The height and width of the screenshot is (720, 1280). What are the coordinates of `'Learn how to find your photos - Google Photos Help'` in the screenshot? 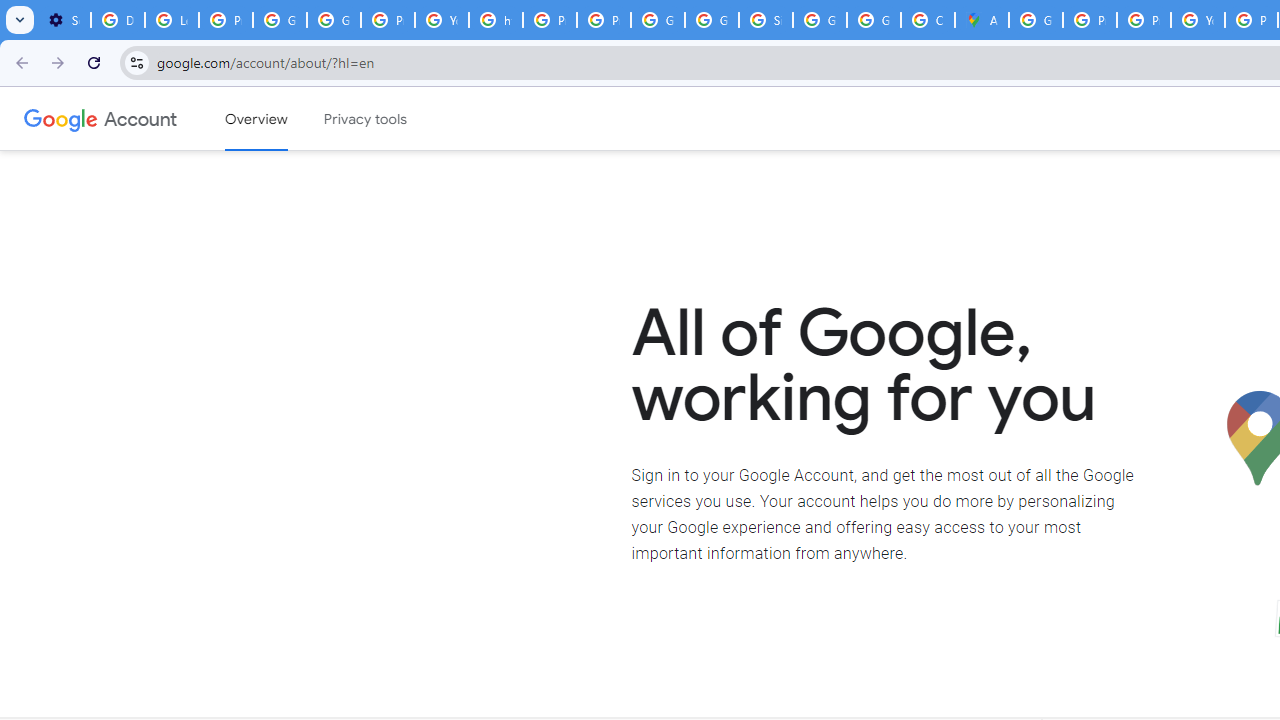 It's located at (171, 20).